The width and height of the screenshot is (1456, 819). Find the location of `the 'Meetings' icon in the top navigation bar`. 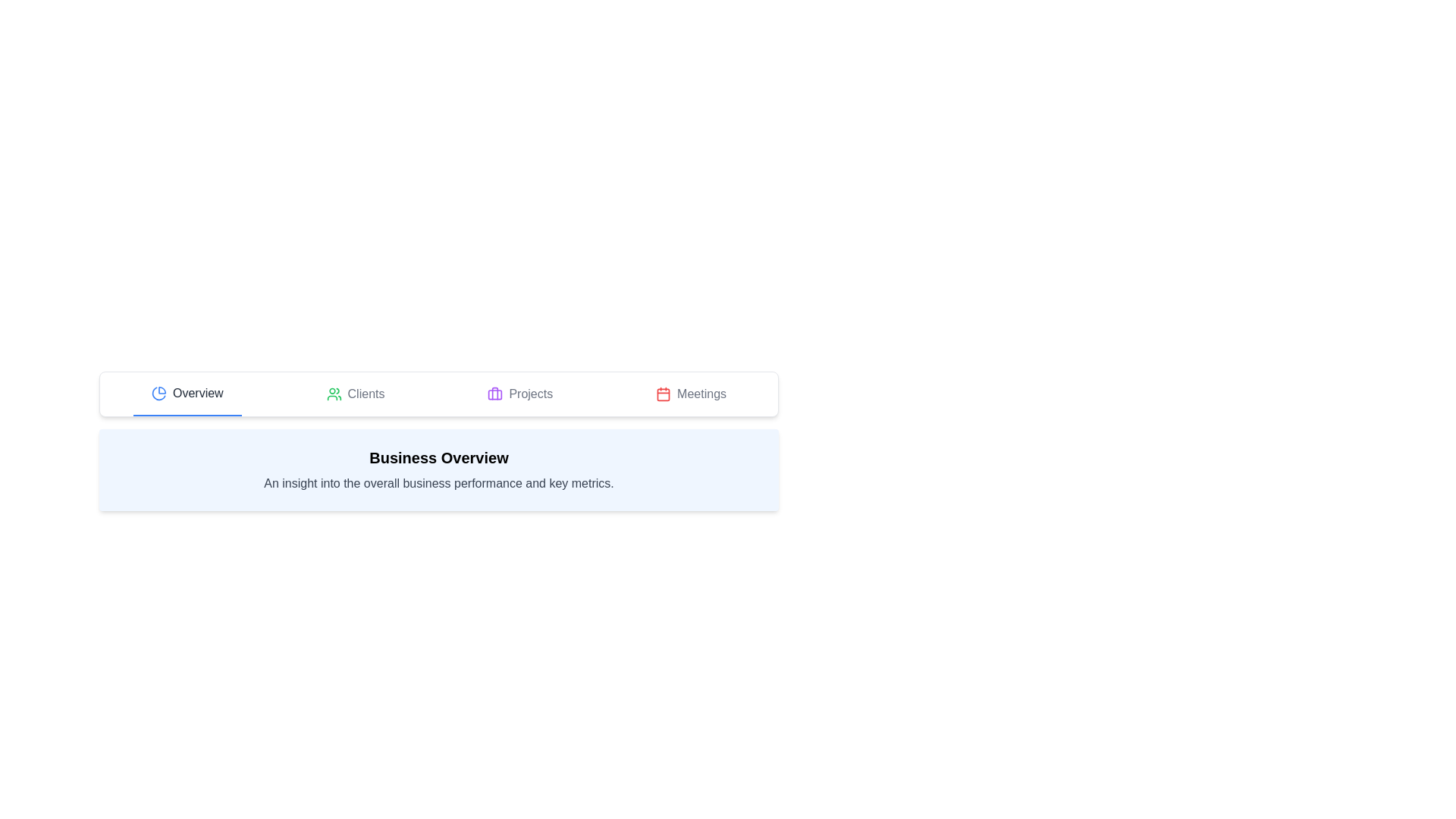

the 'Meetings' icon in the top navigation bar is located at coordinates (664, 394).